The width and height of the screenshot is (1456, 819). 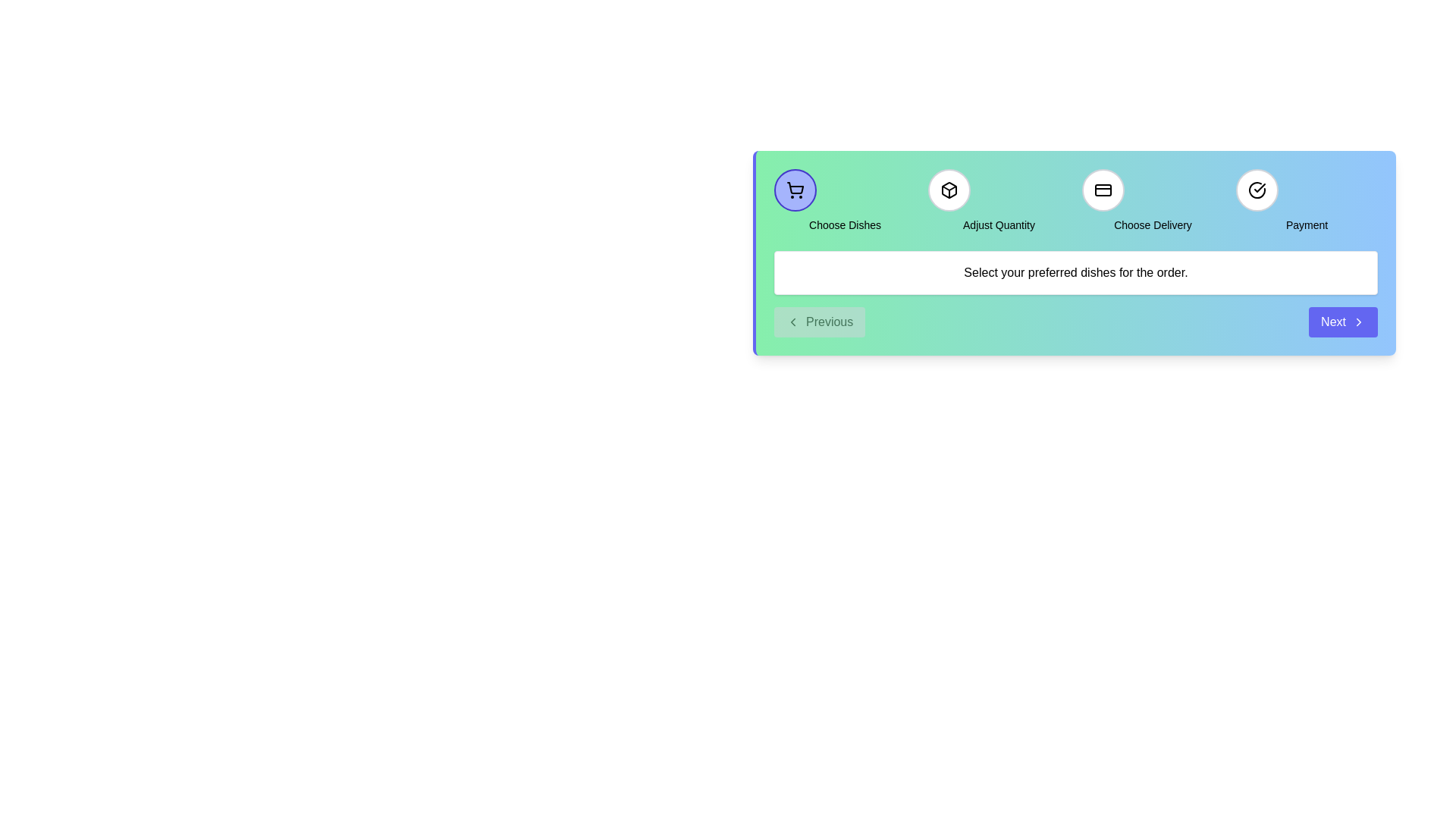 What do you see at coordinates (1260, 187) in the screenshot?
I see `the checkmark icon inside a circle, which indicates a completed step in the payment process of a segmented interface` at bounding box center [1260, 187].